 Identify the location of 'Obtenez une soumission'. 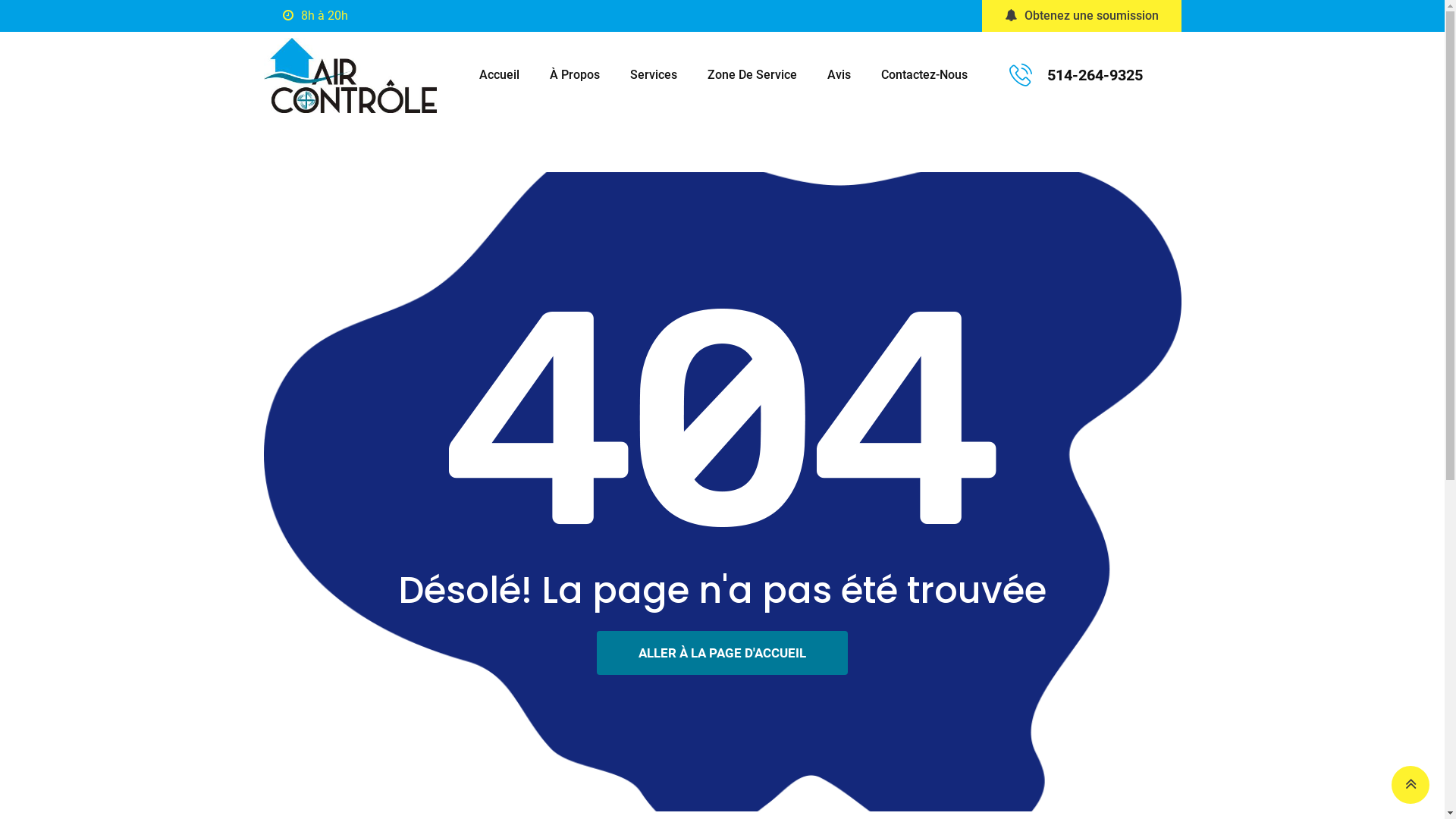
(1080, 15).